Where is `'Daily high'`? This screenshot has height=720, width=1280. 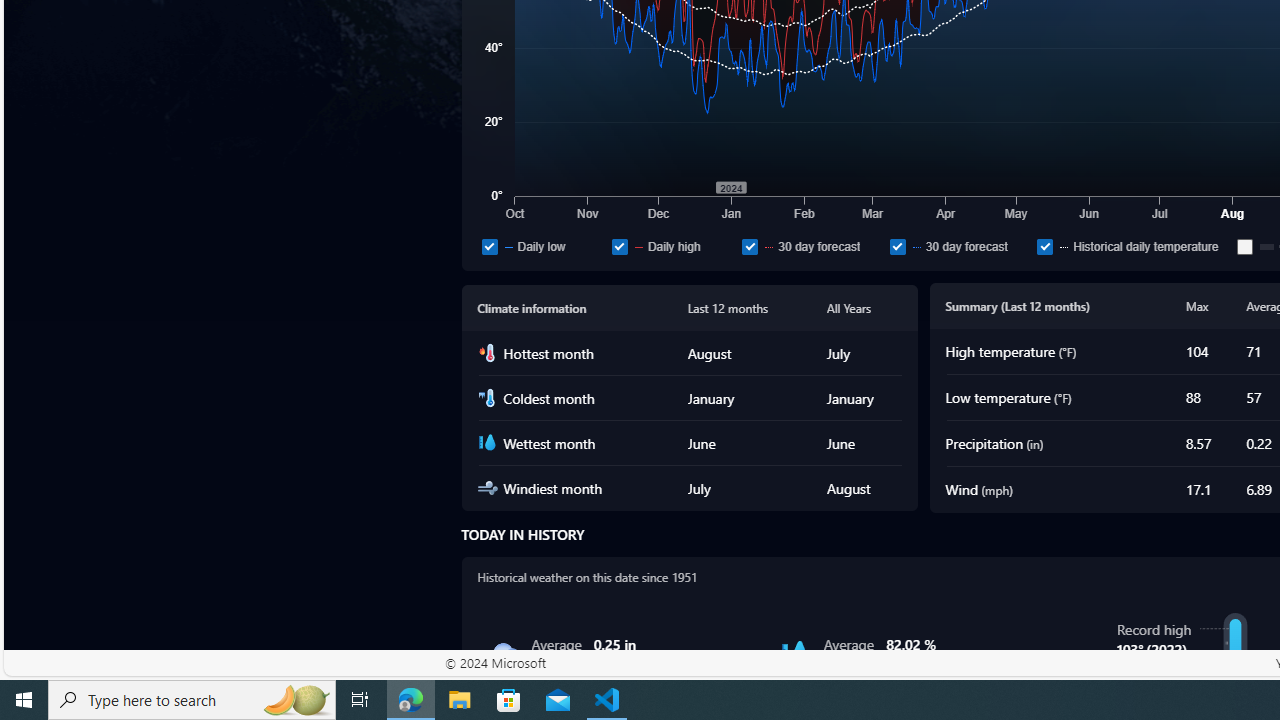 'Daily high' is located at coordinates (618, 245).